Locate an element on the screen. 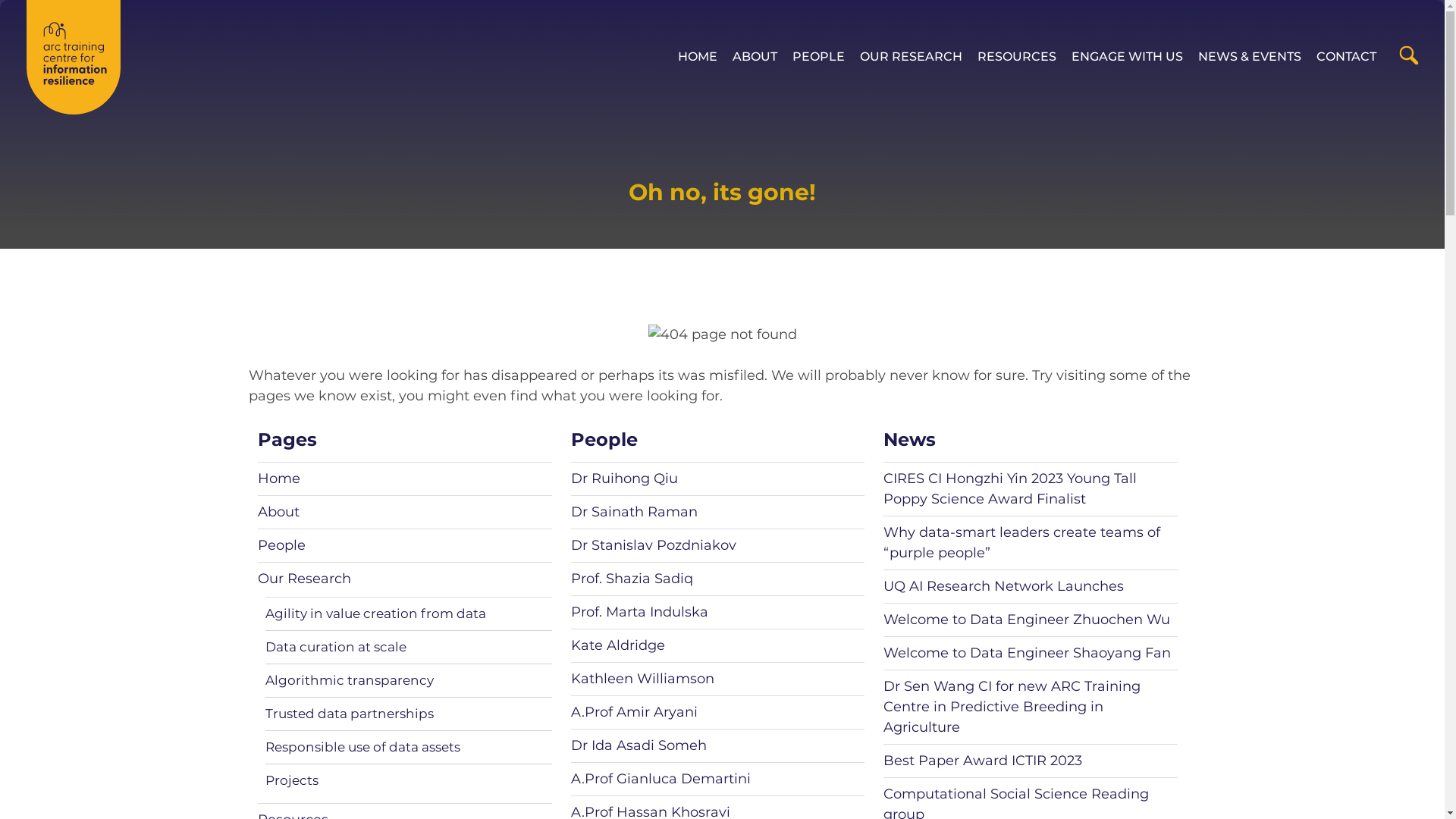 This screenshot has height=819, width=1456. 'A.Prof Gianluca Demartini' is located at coordinates (660, 778).